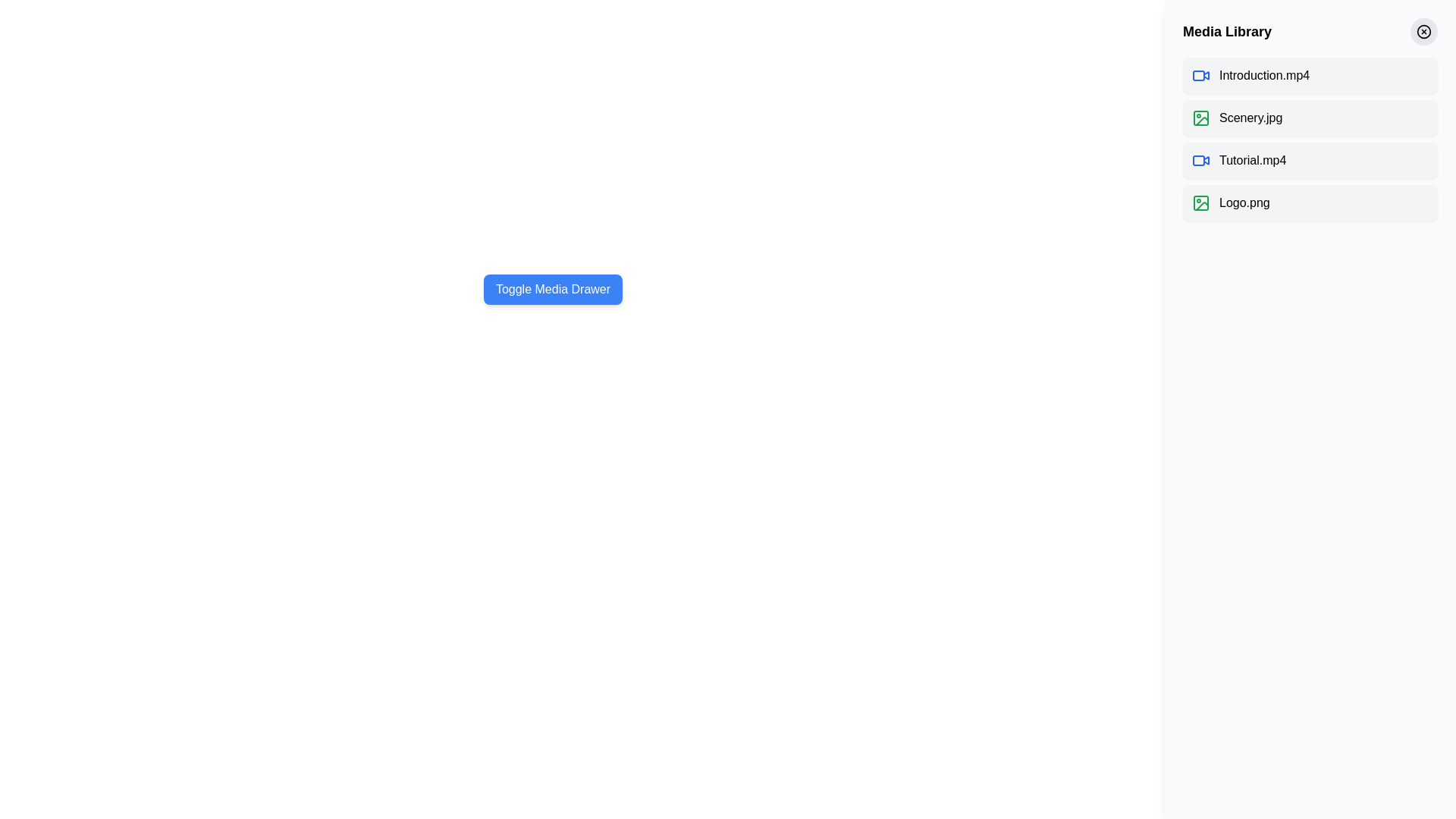 The image size is (1456, 819). Describe the element at coordinates (1244, 202) in the screenshot. I see `the Text label displaying the name 'Logo.png', which is the fourth line in the Media Library panel` at that location.